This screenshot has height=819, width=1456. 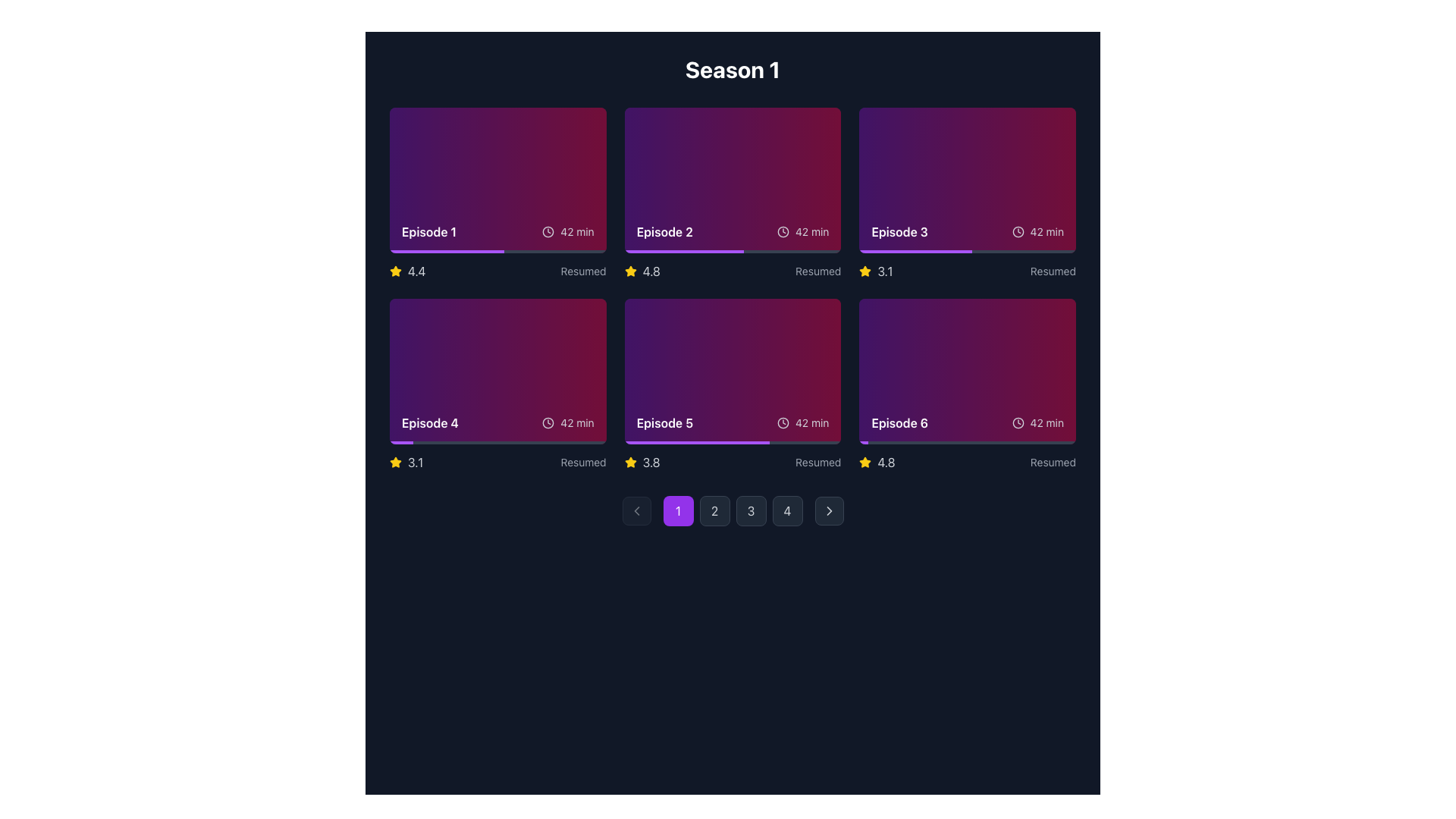 I want to click on the text label displaying the rating '3.8', which is located in the bottom section of the Episode 5 card, immediately to the right of a yellow star icon, so click(x=651, y=461).